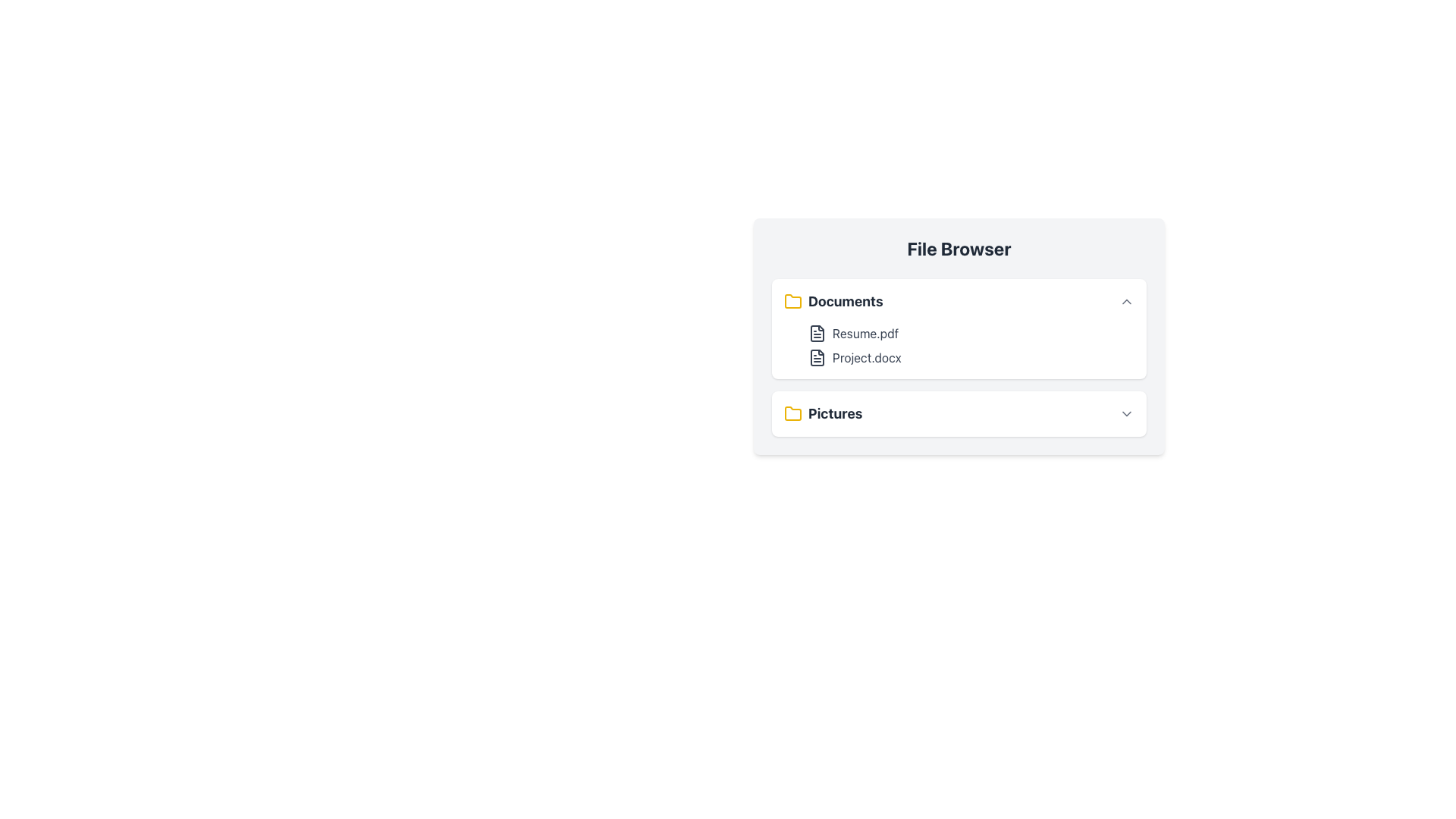 The image size is (1456, 819). What do you see at coordinates (1127, 414) in the screenshot?
I see `the downward arrow icon button styled with gray colors, located to the right of the 'Pictures' label, for a visual effect` at bounding box center [1127, 414].